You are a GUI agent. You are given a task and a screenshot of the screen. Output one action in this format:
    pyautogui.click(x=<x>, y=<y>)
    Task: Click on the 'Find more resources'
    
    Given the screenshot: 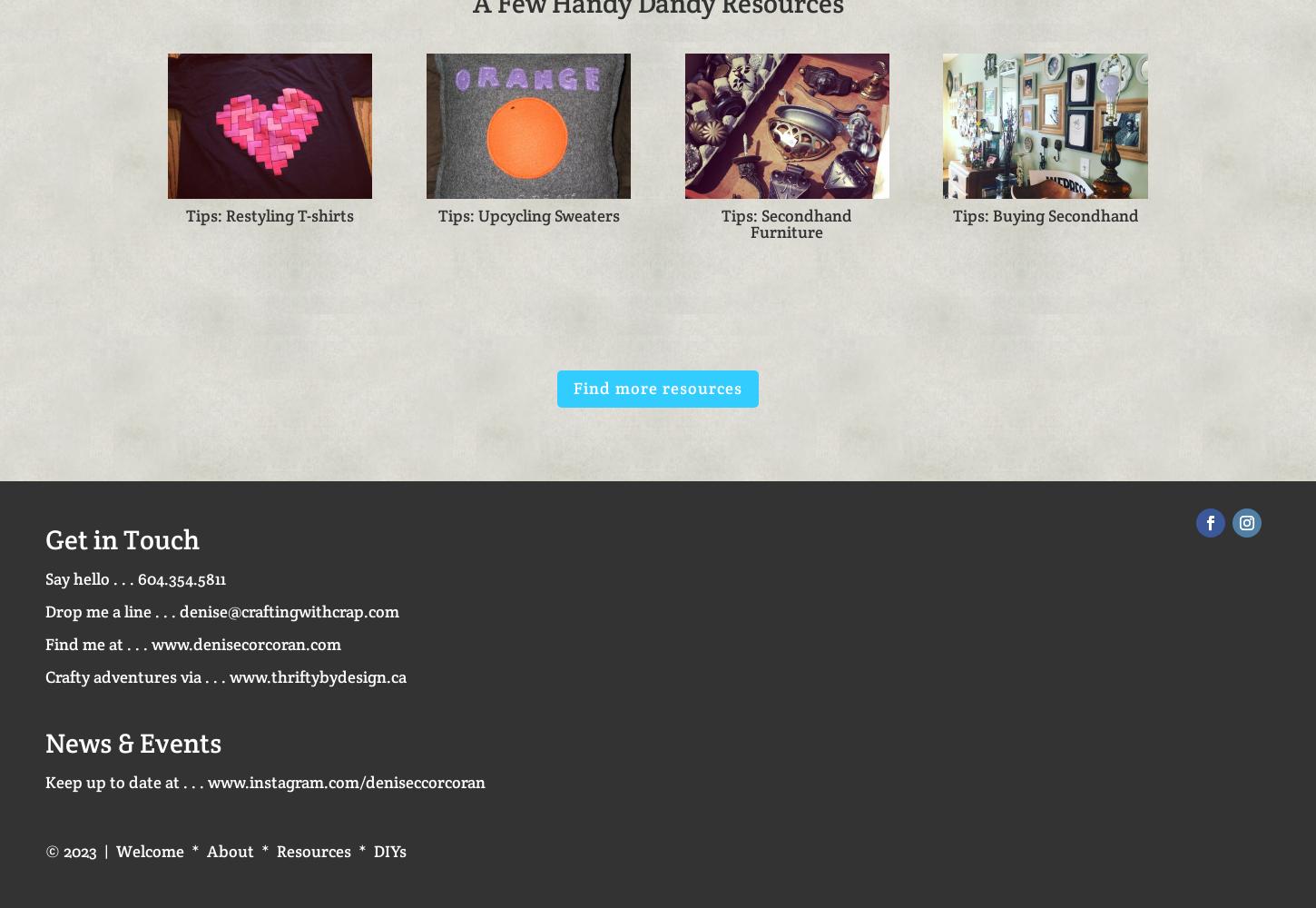 What is the action you would take?
    pyautogui.click(x=655, y=388)
    